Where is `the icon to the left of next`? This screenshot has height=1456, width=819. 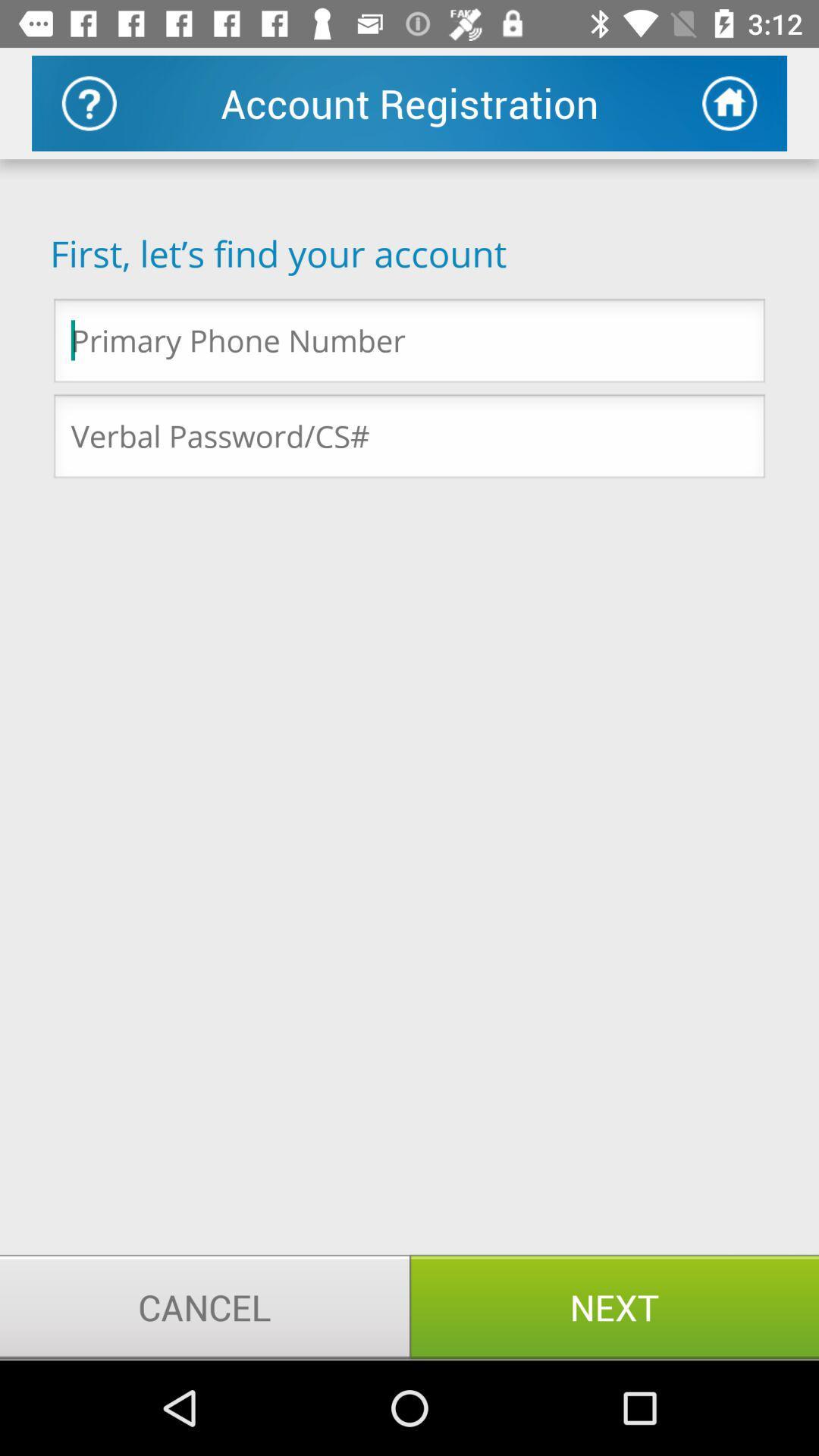
the icon to the left of next is located at coordinates (205, 1306).